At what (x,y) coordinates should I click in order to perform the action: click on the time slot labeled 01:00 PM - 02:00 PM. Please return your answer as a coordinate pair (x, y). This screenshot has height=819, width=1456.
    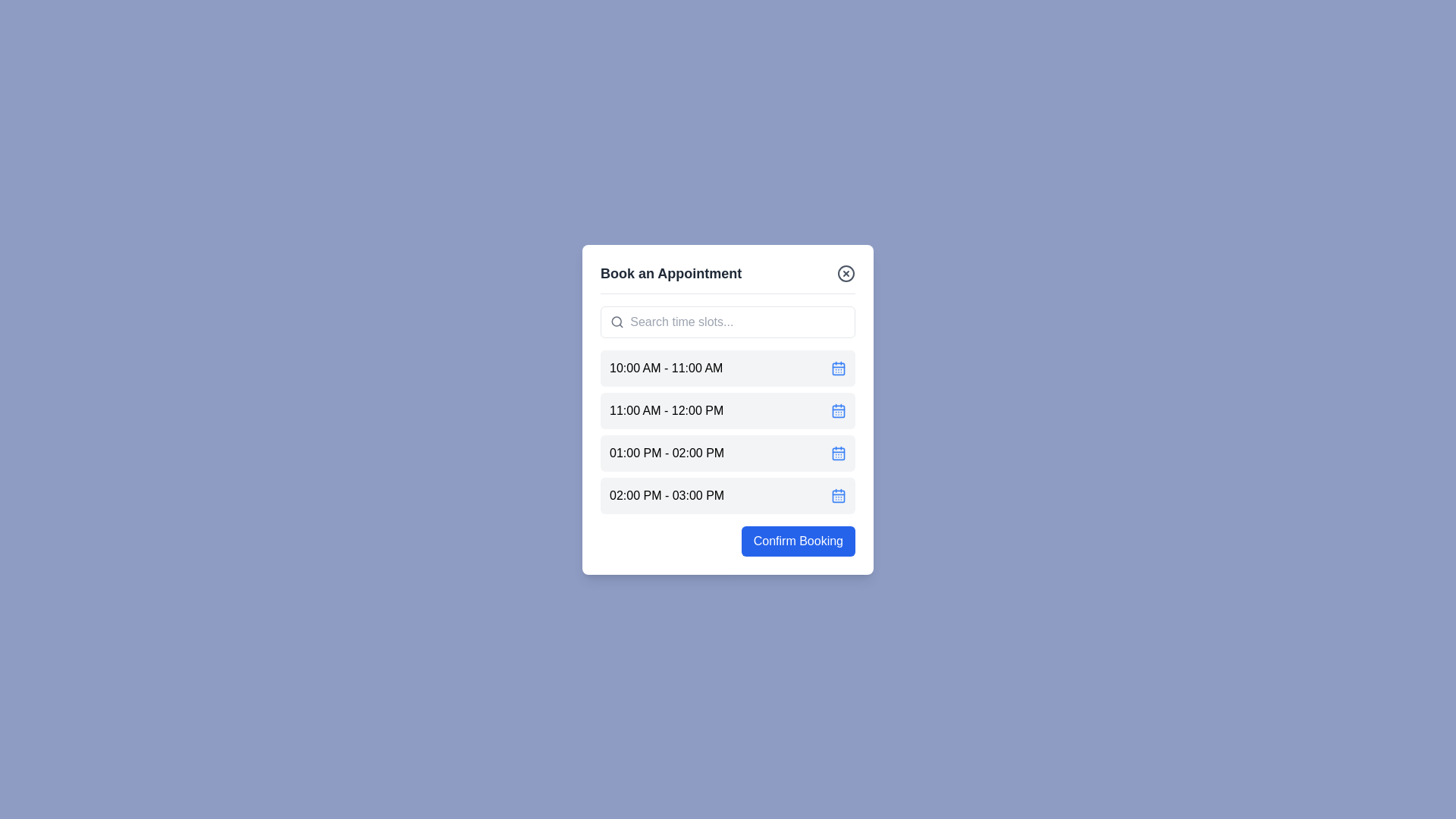
    Looking at the image, I should click on (728, 452).